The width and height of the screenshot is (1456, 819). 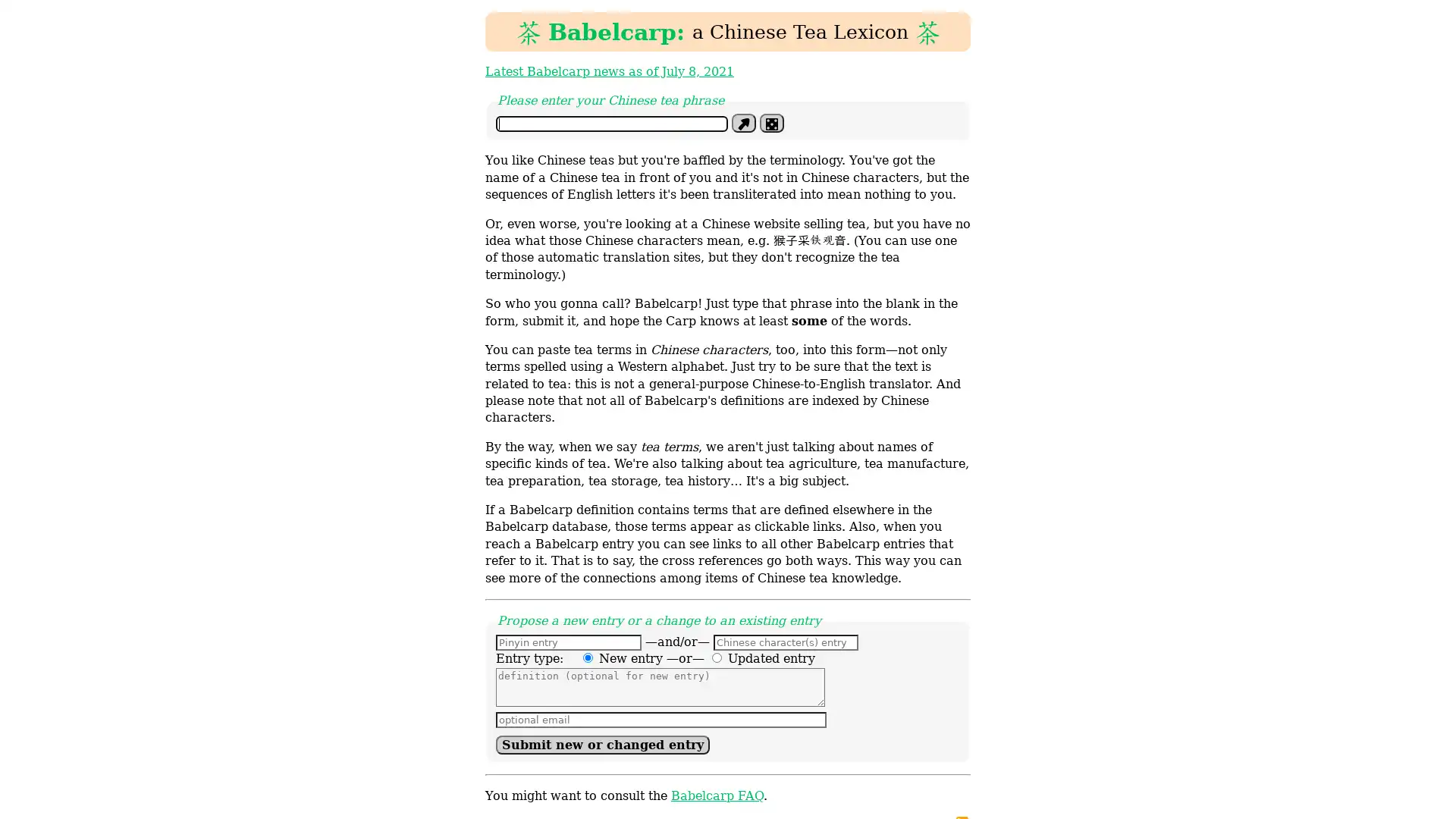 What do you see at coordinates (602, 743) in the screenshot?
I see `Submit new or changed entry` at bounding box center [602, 743].